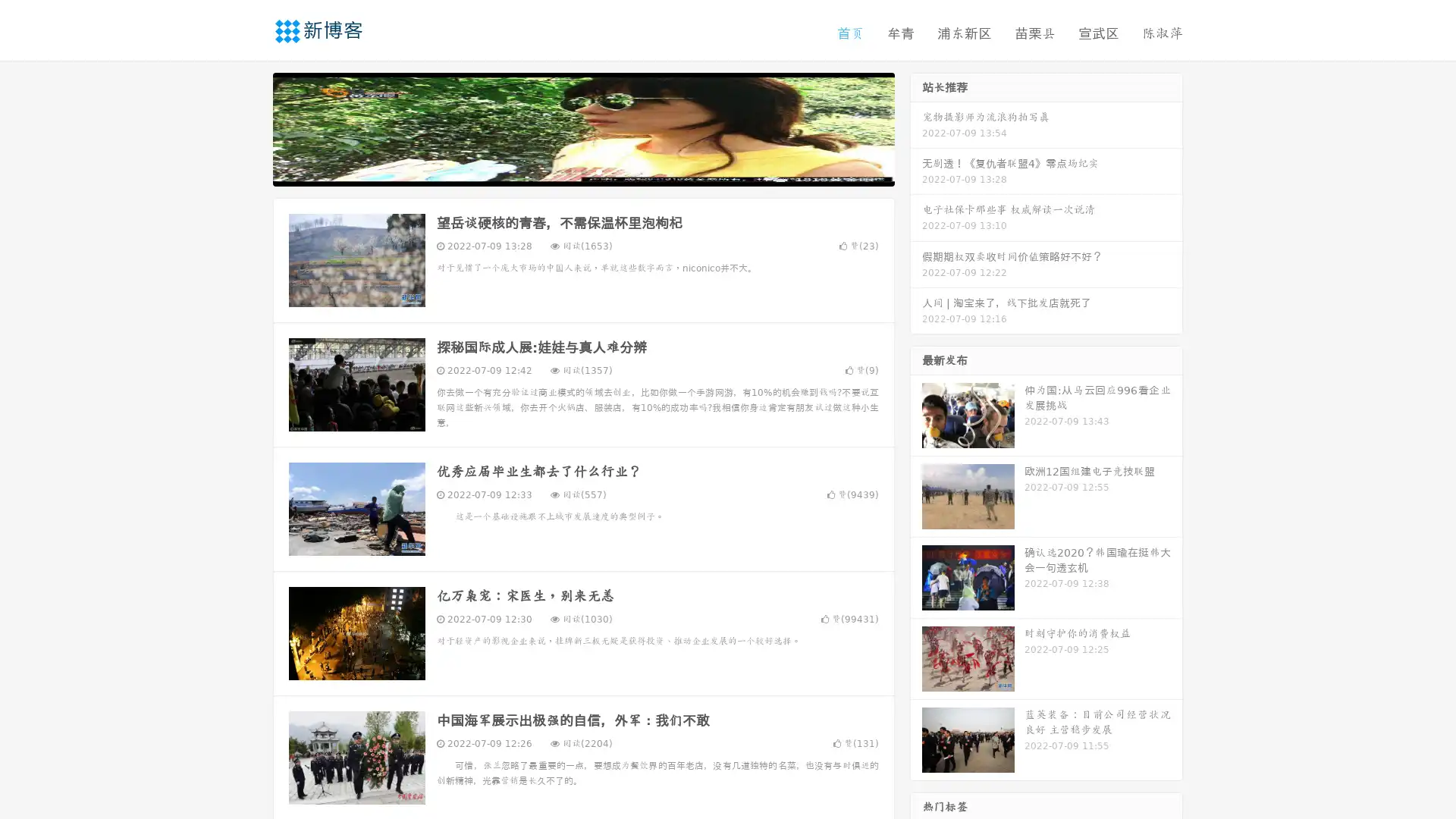 This screenshot has height=819, width=1456. Describe the element at coordinates (916, 127) in the screenshot. I see `Next slide` at that location.